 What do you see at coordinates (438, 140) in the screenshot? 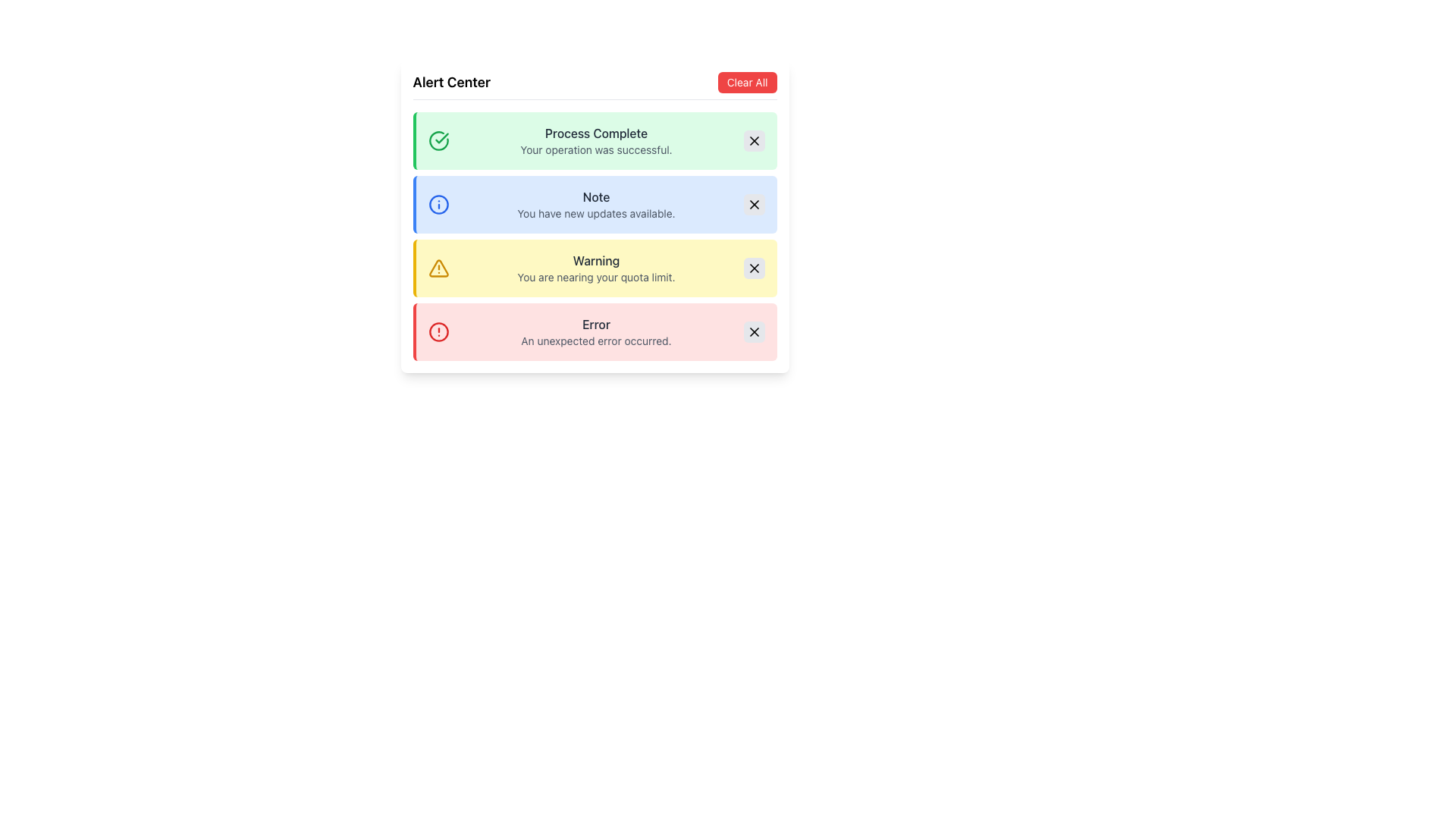
I see `the circular checkmark icon with a green outline and a white background located inside the green notification panel indicating that the process is complete` at bounding box center [438, 140].